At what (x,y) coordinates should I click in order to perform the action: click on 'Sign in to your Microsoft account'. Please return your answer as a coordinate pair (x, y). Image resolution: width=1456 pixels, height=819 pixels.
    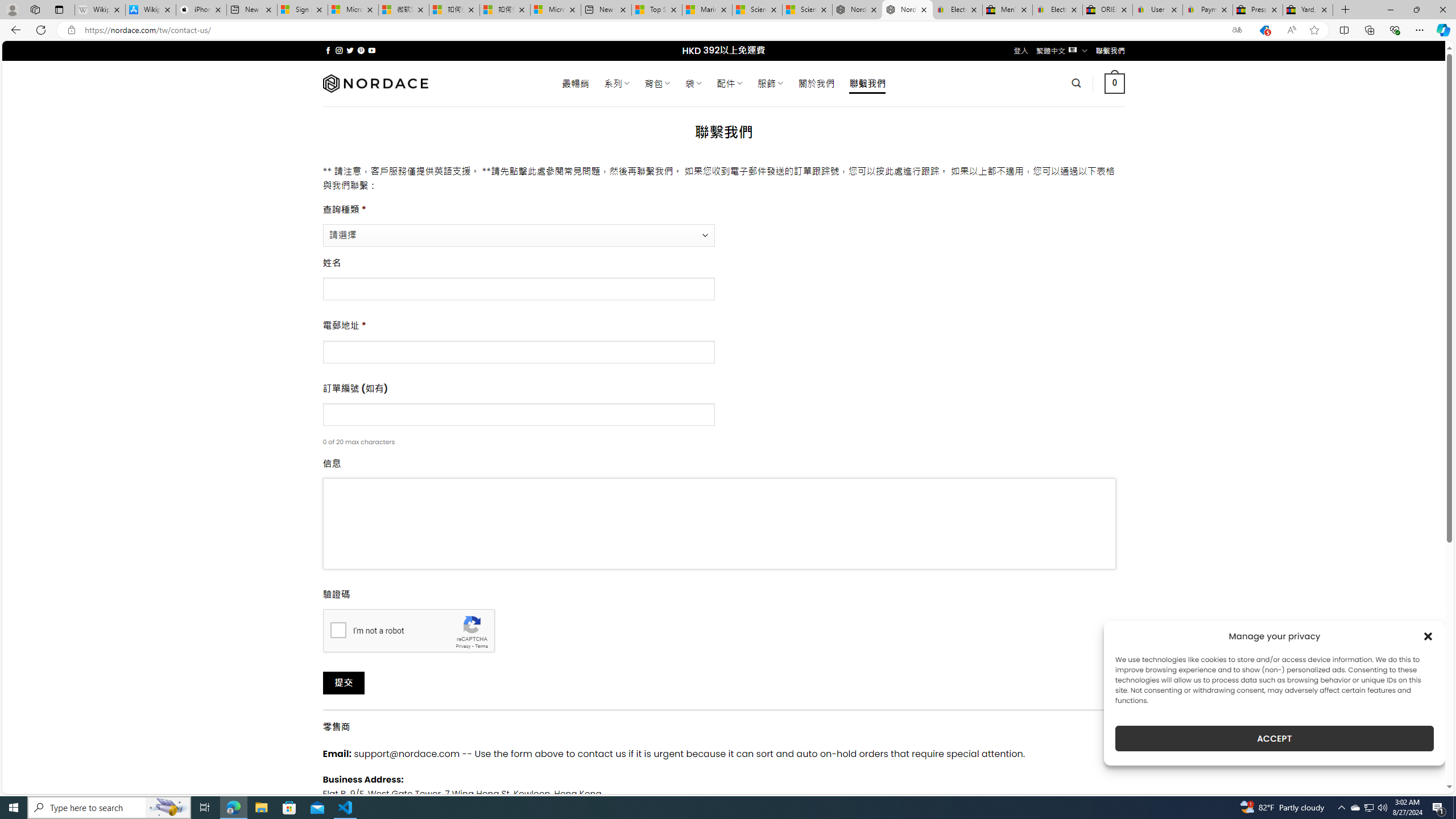
    Looking at the image, I should click on (302, 9).